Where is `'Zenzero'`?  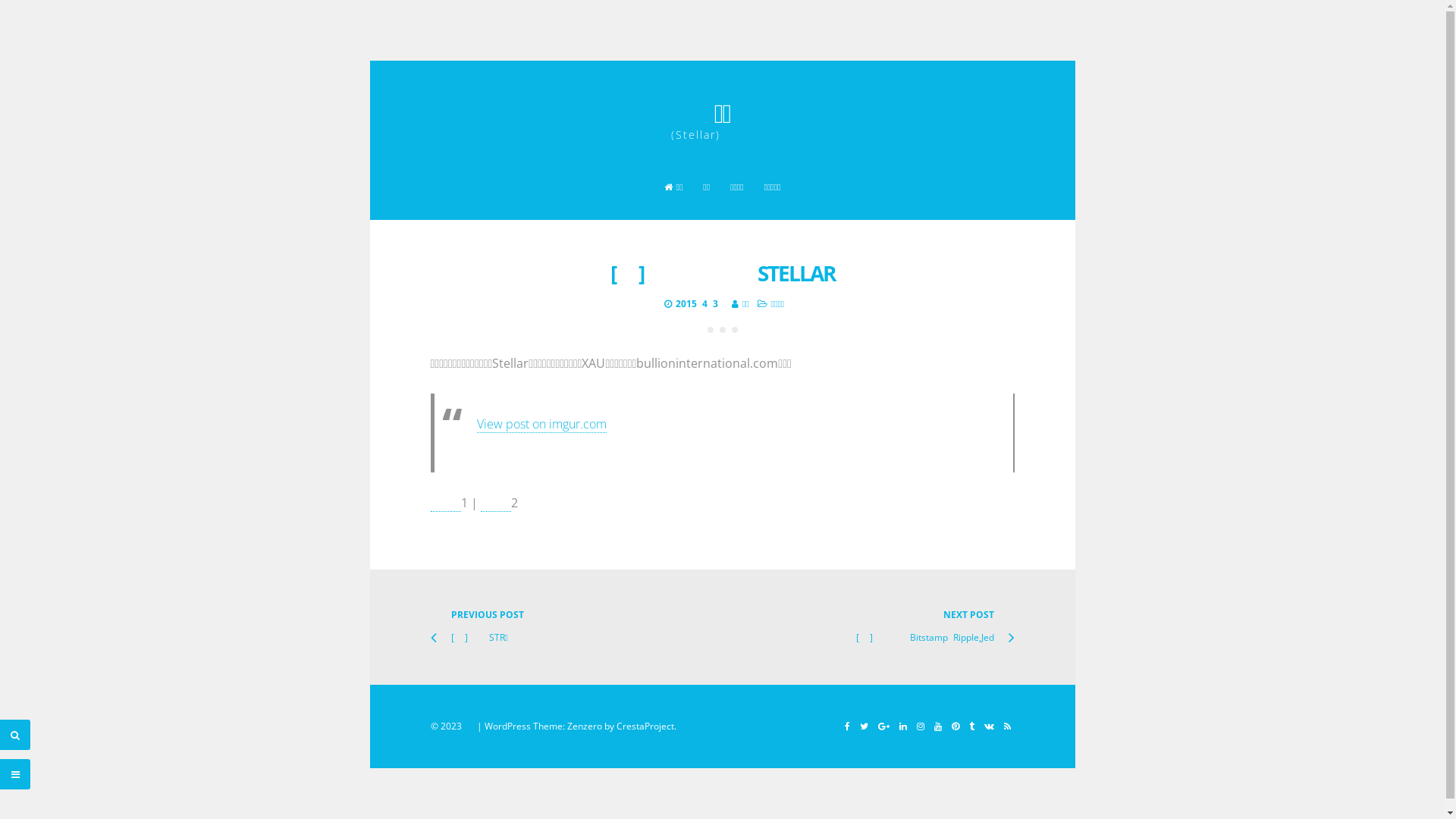 'Zenzero' is located at coordinates (584, 725).